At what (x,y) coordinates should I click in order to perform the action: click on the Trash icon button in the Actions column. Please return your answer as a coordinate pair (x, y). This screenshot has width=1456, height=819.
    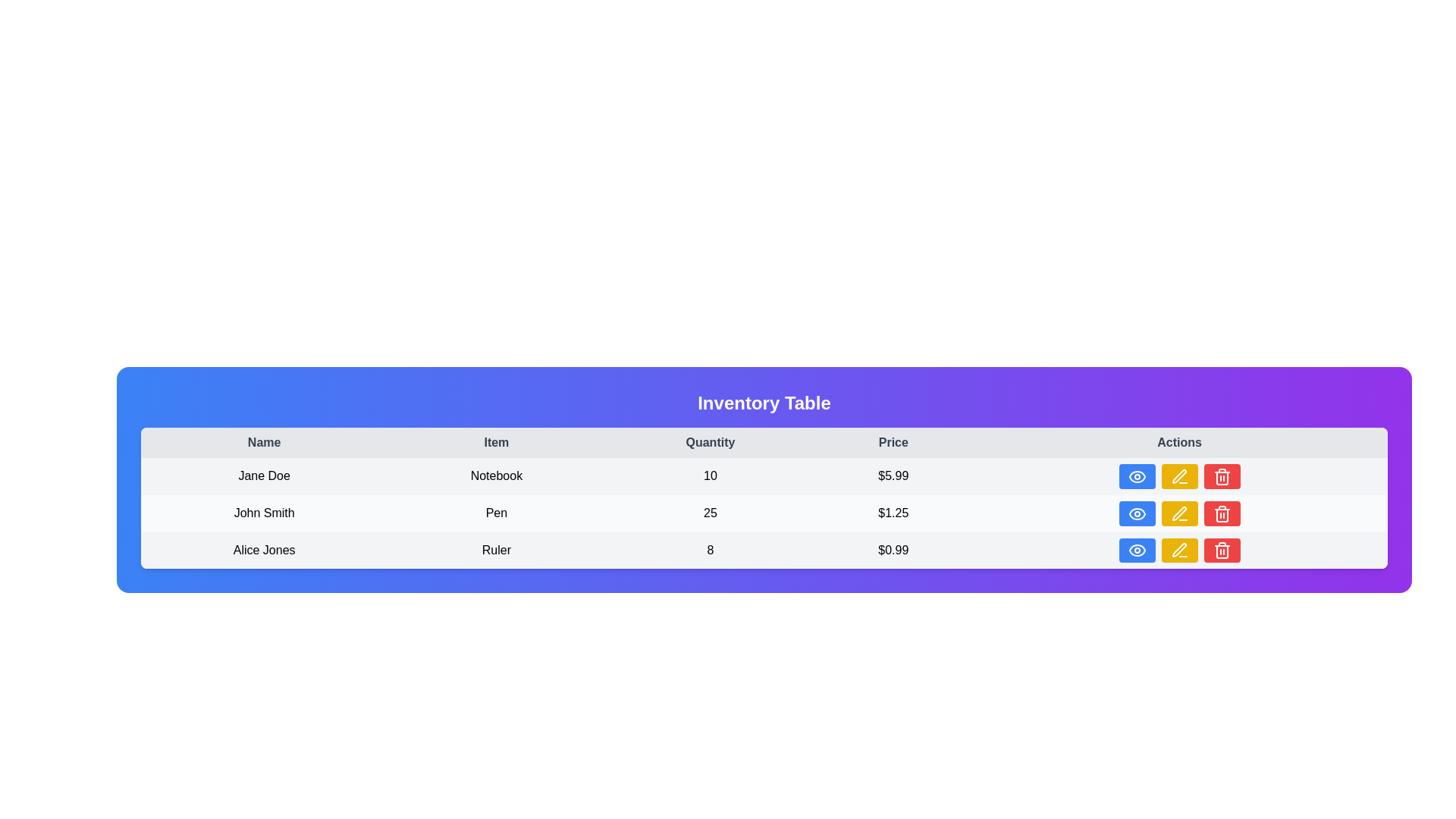
    Looking at the image, I should click on (1222, 475).